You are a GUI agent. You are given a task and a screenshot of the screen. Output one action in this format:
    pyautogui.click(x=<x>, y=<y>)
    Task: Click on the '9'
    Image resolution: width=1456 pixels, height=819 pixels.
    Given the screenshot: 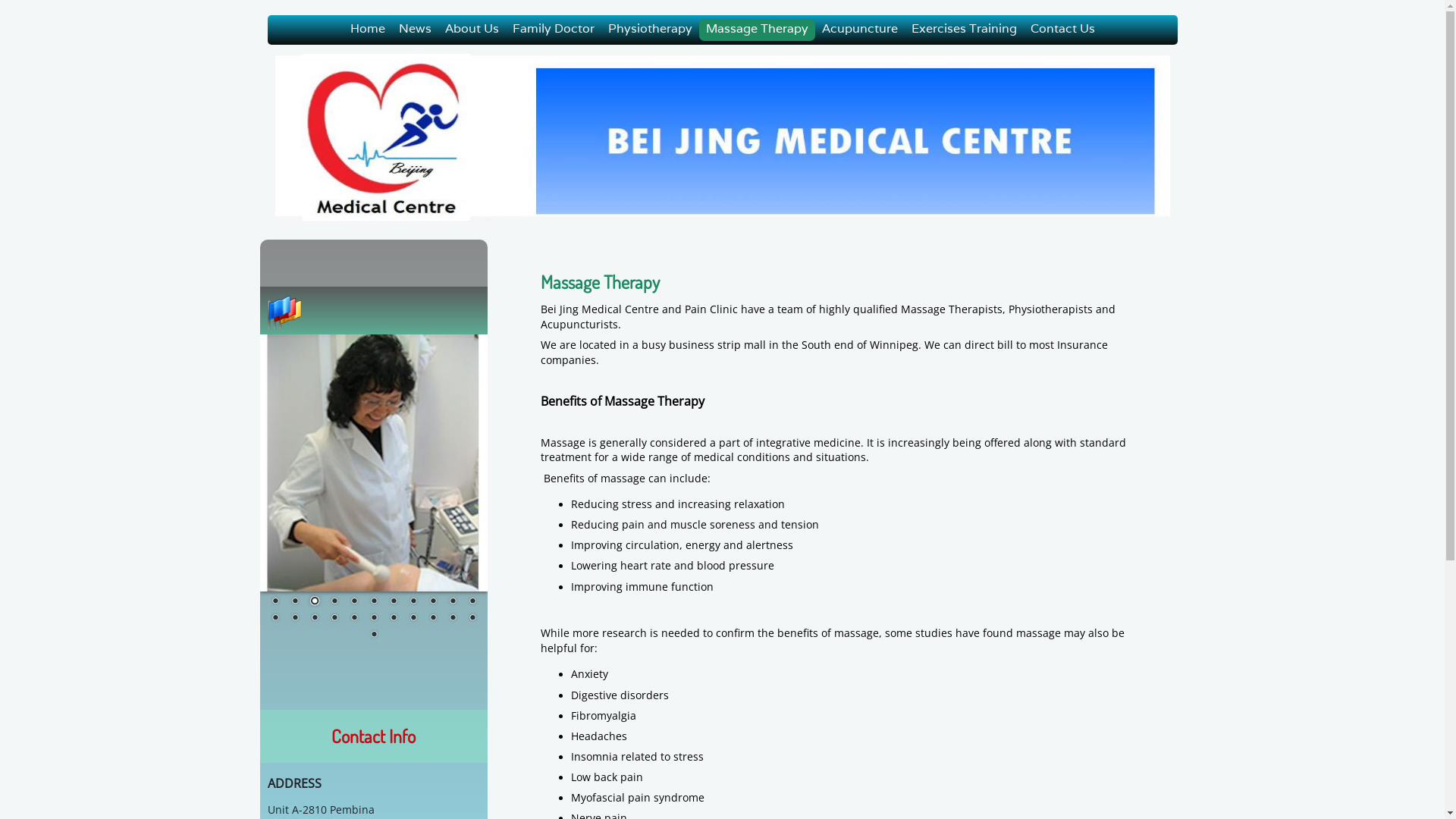 What is the action you would take?
    pyautogui.click(x=432, y=601)
    